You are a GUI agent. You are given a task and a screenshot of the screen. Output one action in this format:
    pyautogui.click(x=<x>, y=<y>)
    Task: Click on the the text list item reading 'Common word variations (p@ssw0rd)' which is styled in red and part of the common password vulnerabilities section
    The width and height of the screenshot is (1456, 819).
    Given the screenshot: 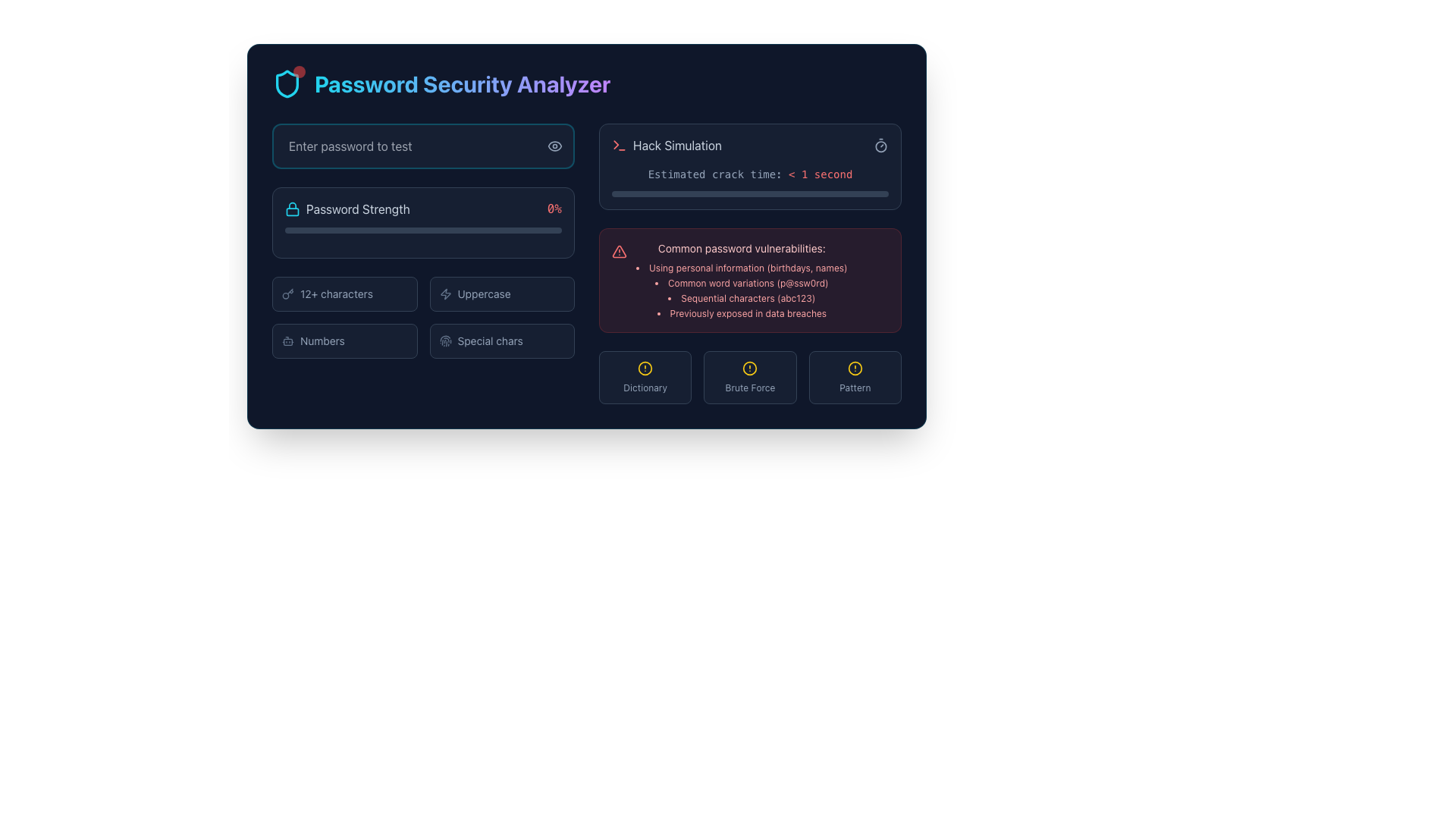 What is the action you would take?
    pyautogui.click(x=742, y=284)
    